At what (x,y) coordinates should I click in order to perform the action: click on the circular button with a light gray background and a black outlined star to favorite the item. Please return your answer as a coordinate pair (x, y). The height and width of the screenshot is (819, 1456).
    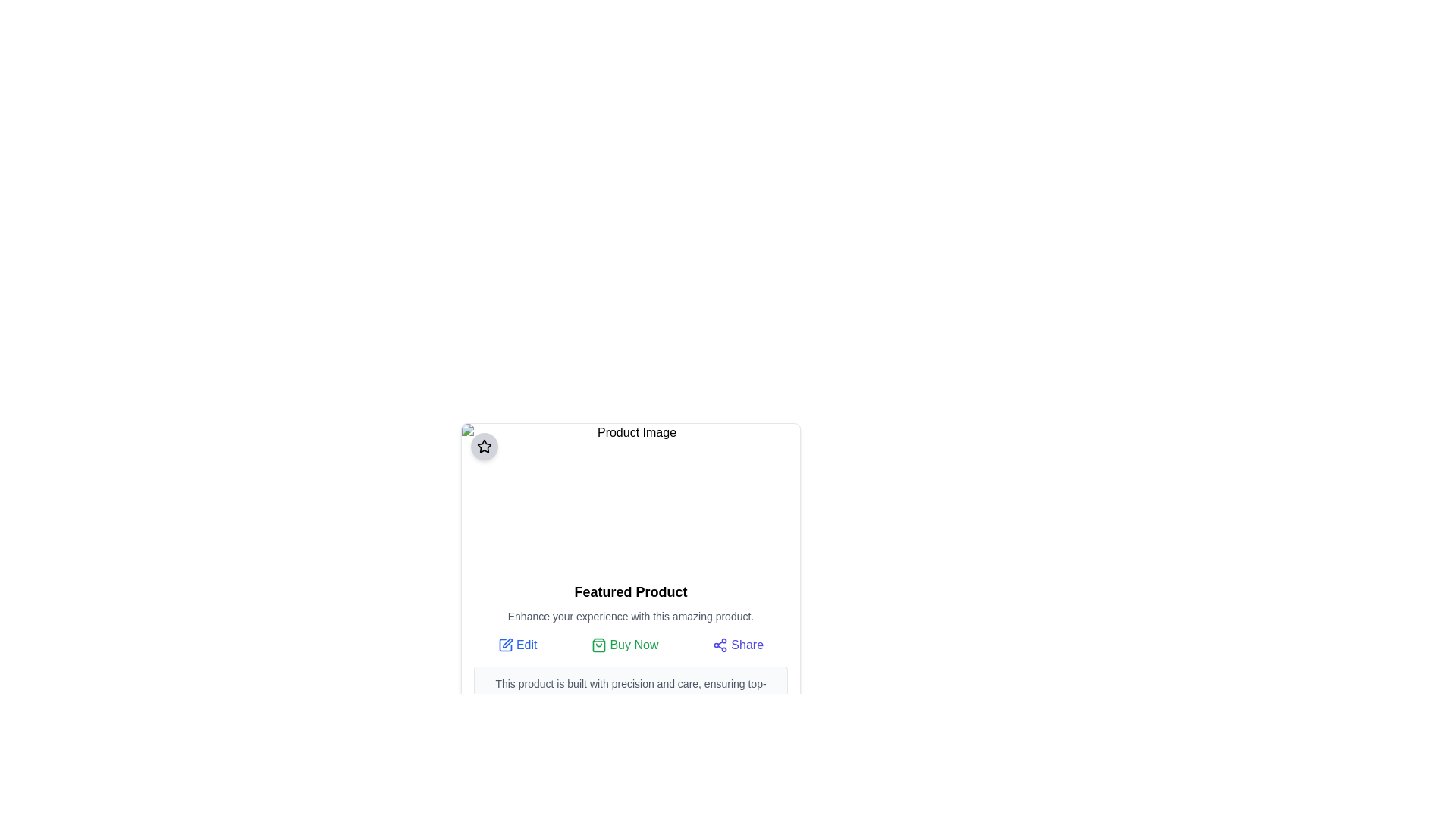
    Looking at the image, I should click on (483, 446).